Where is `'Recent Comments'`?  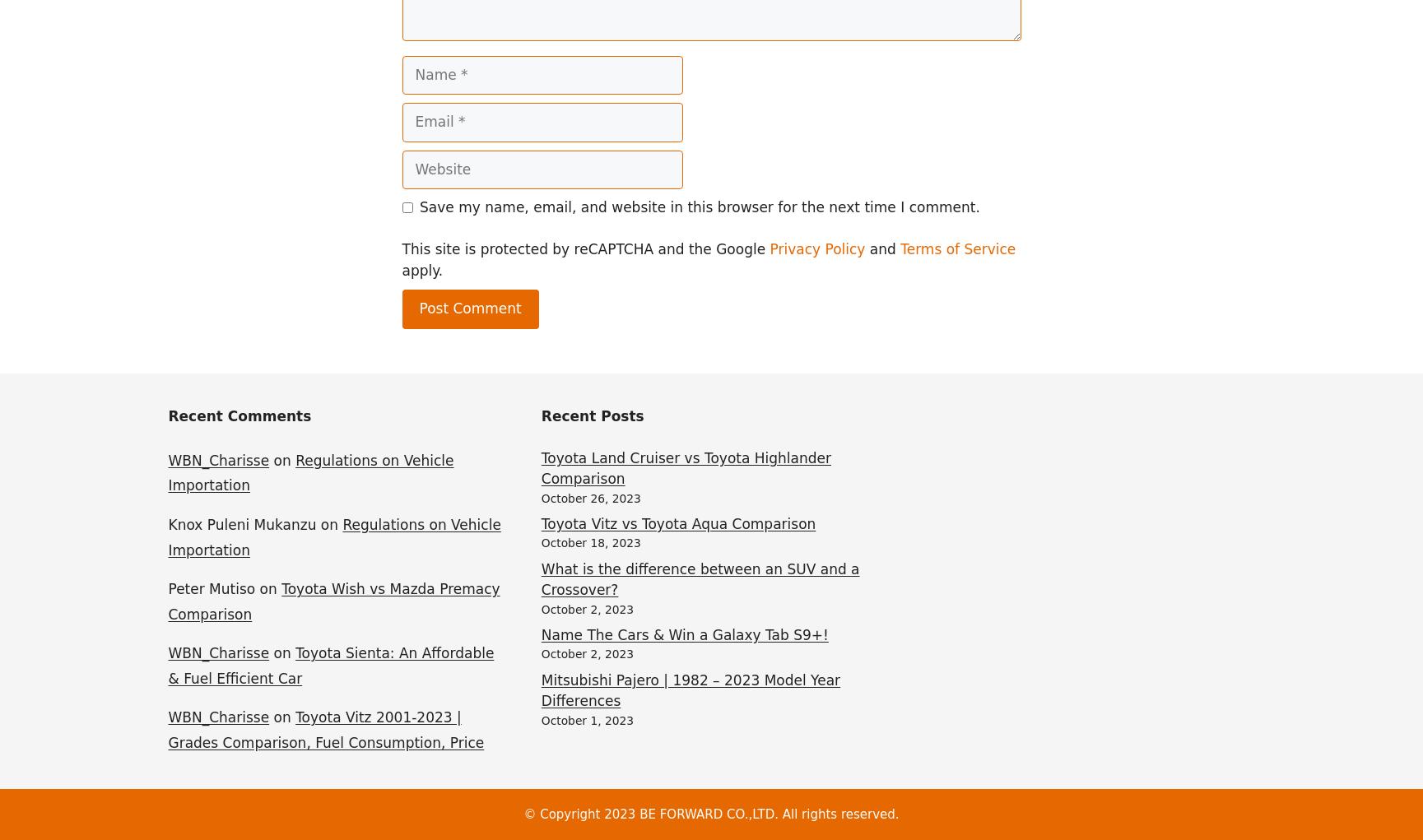
'Recent Comments' is located at coordinates (167, 414).